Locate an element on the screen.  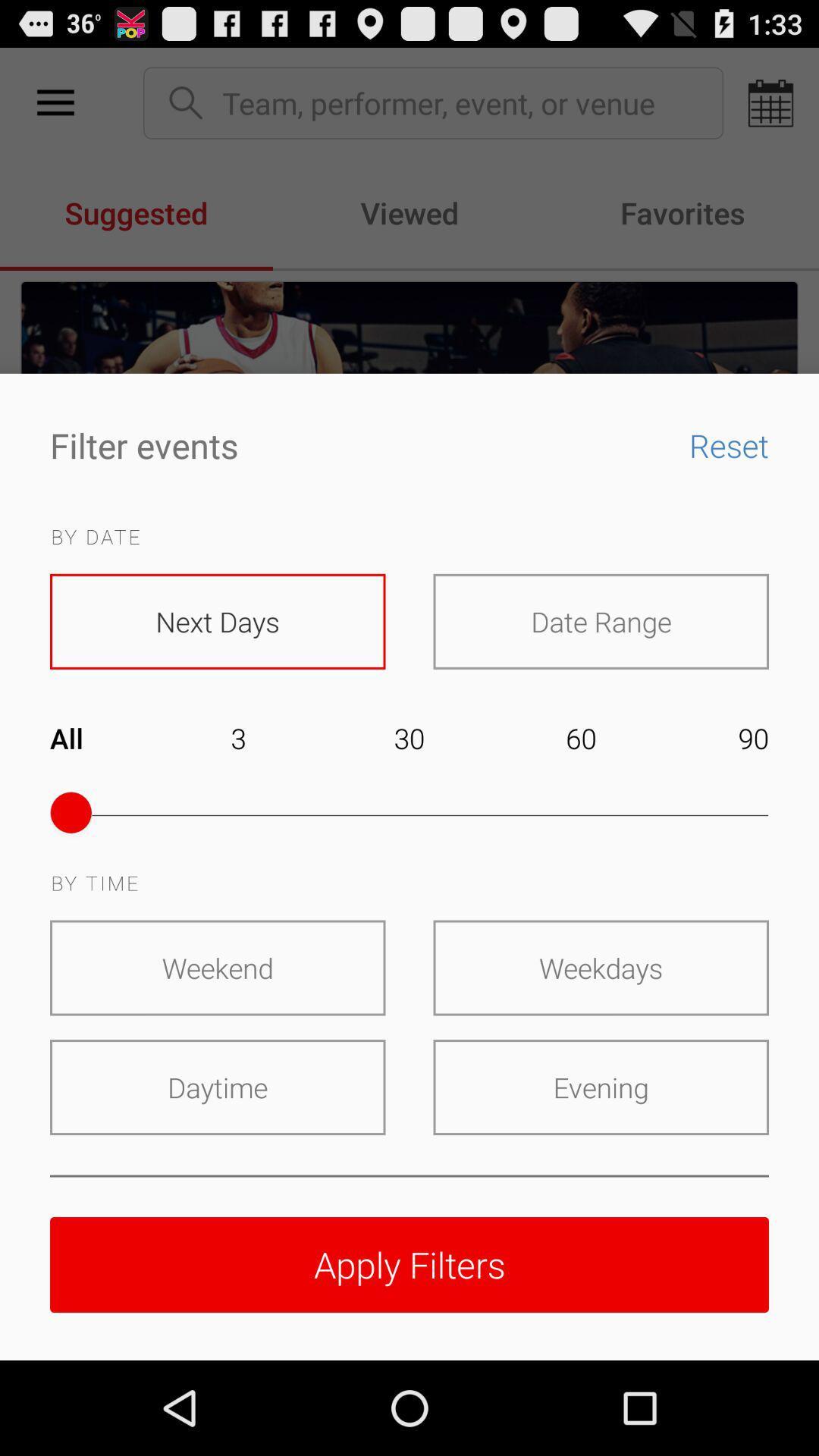
the item to the left of evening is located at coordinates (218, 1087).